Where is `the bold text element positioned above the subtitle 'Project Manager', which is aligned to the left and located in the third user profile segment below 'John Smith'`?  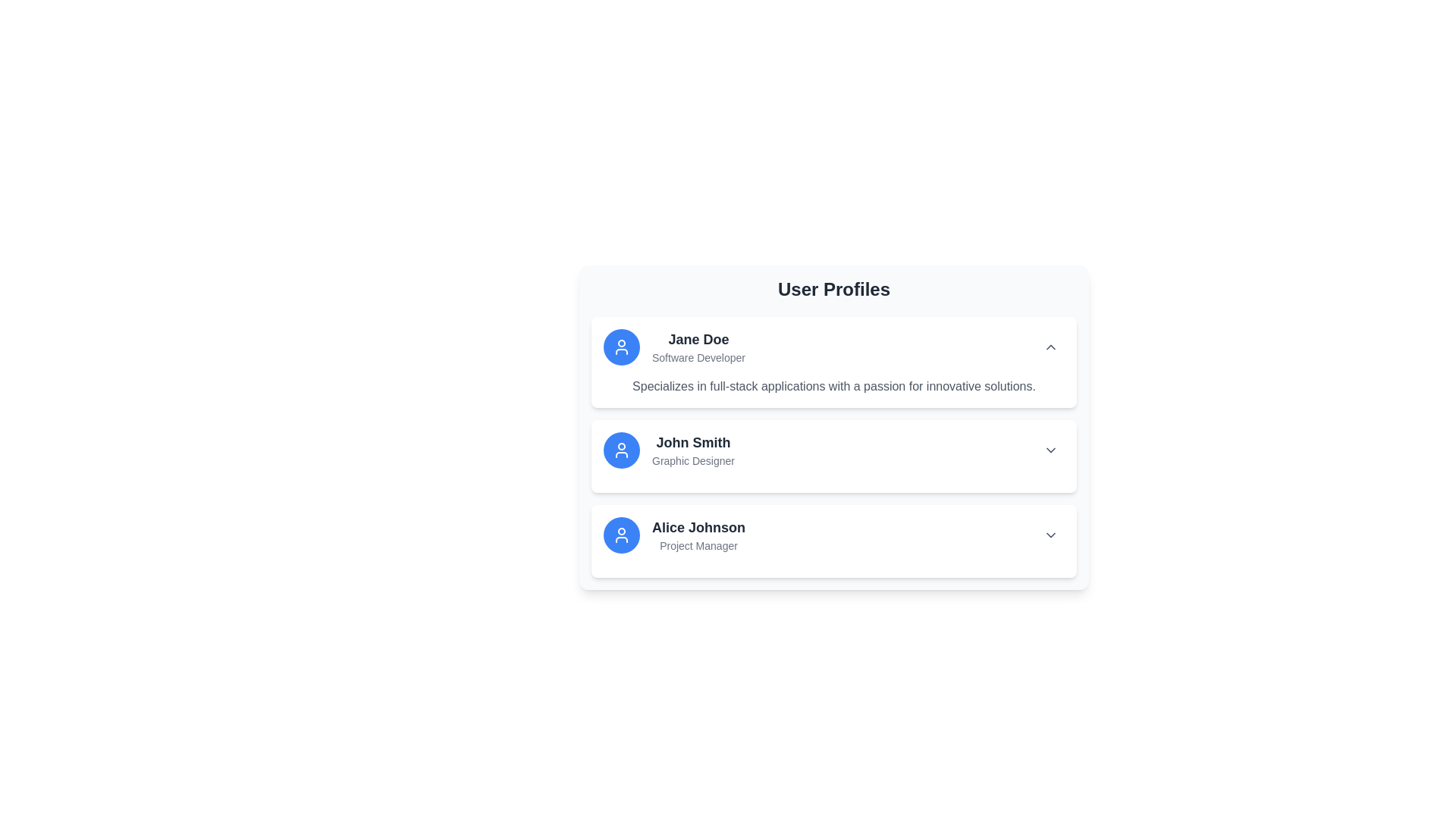
the bold text element positioned above the subtitle 'Project Manager', which is aligned to the left and located in the third user profile segment below 'John Smith' is located at coordinates (698, 526).